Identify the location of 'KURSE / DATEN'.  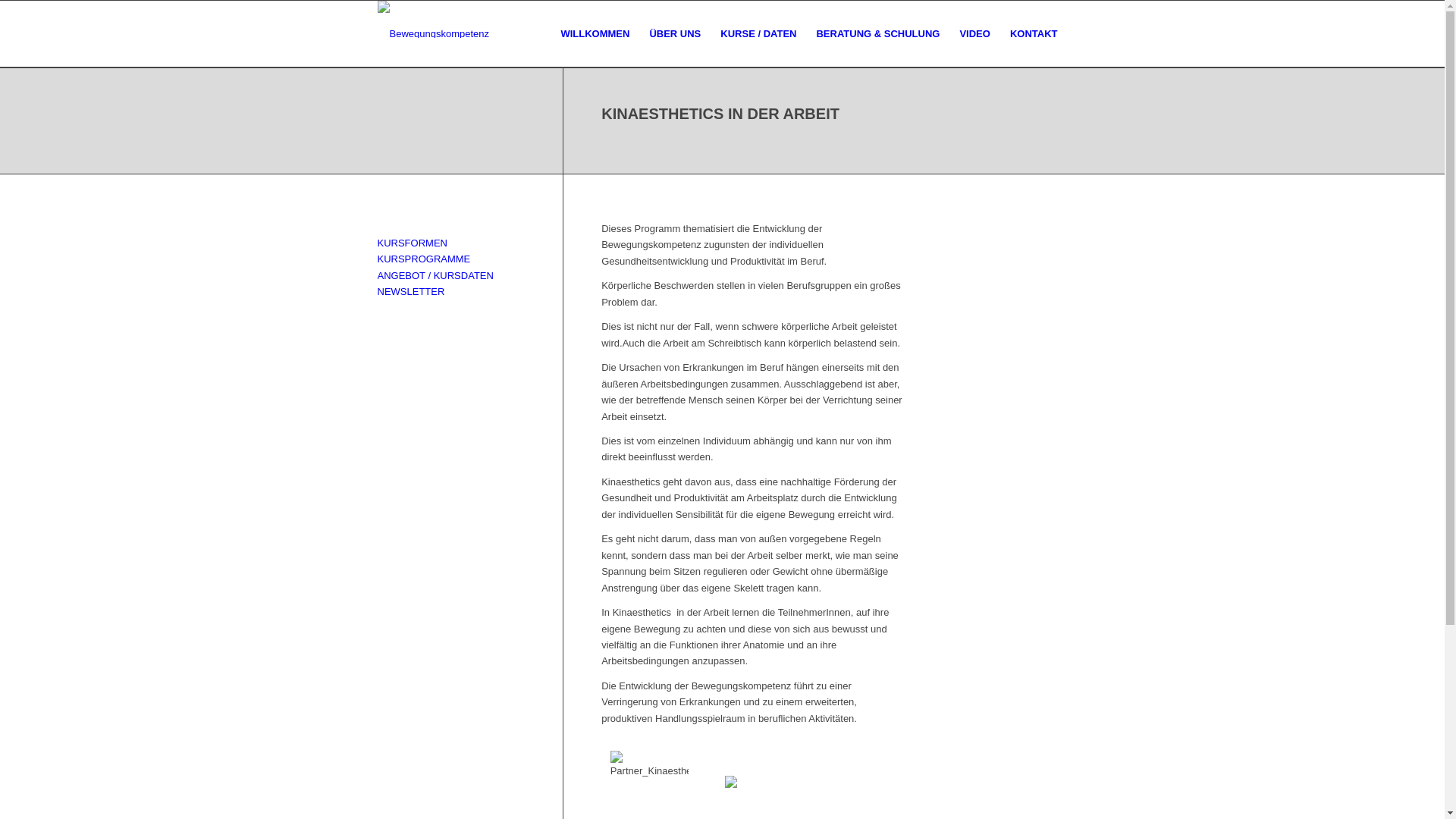
(758, 34).